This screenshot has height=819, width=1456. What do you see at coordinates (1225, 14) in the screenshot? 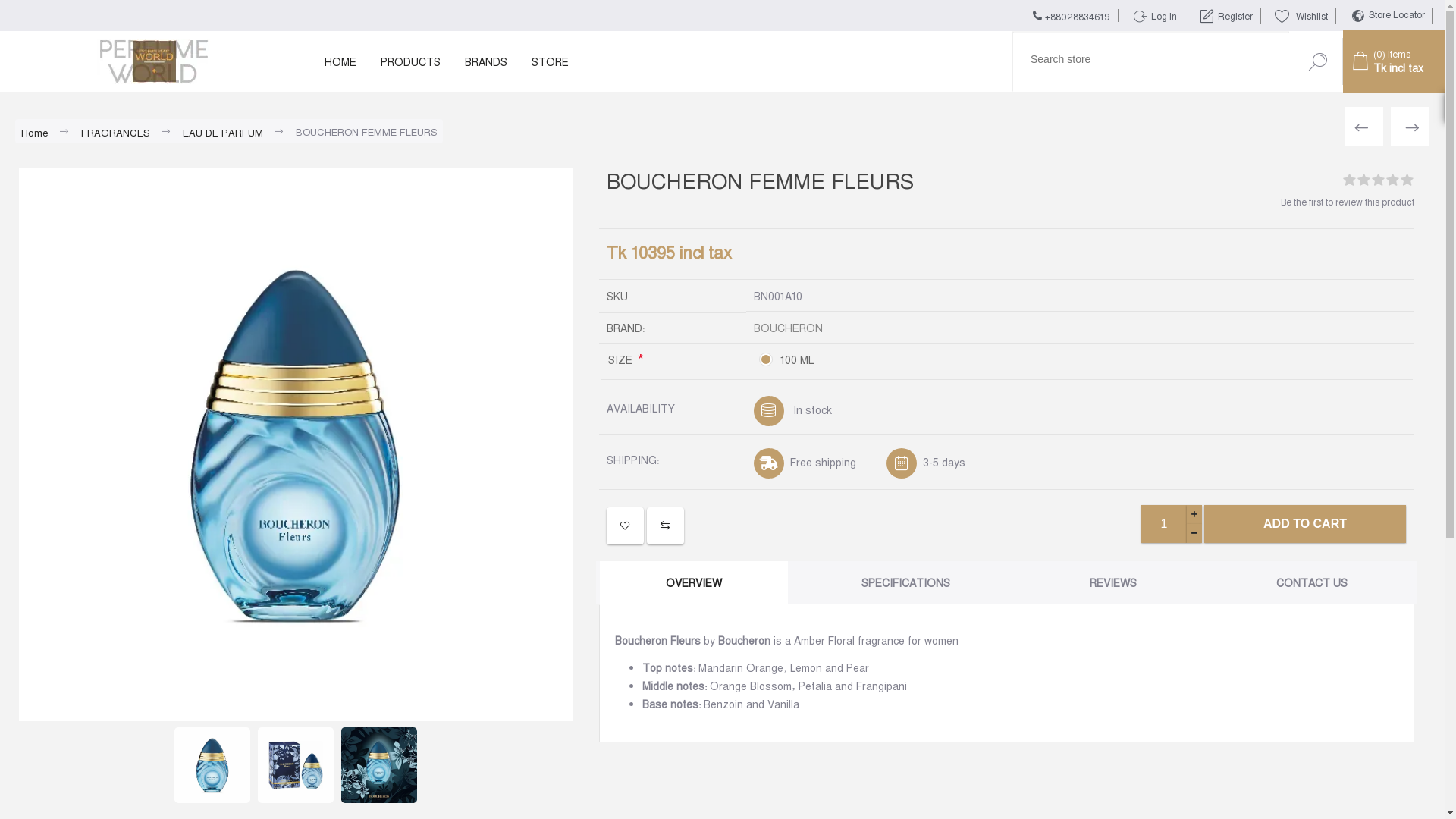
I see `'Register'` at bounding box center [1225, 14].